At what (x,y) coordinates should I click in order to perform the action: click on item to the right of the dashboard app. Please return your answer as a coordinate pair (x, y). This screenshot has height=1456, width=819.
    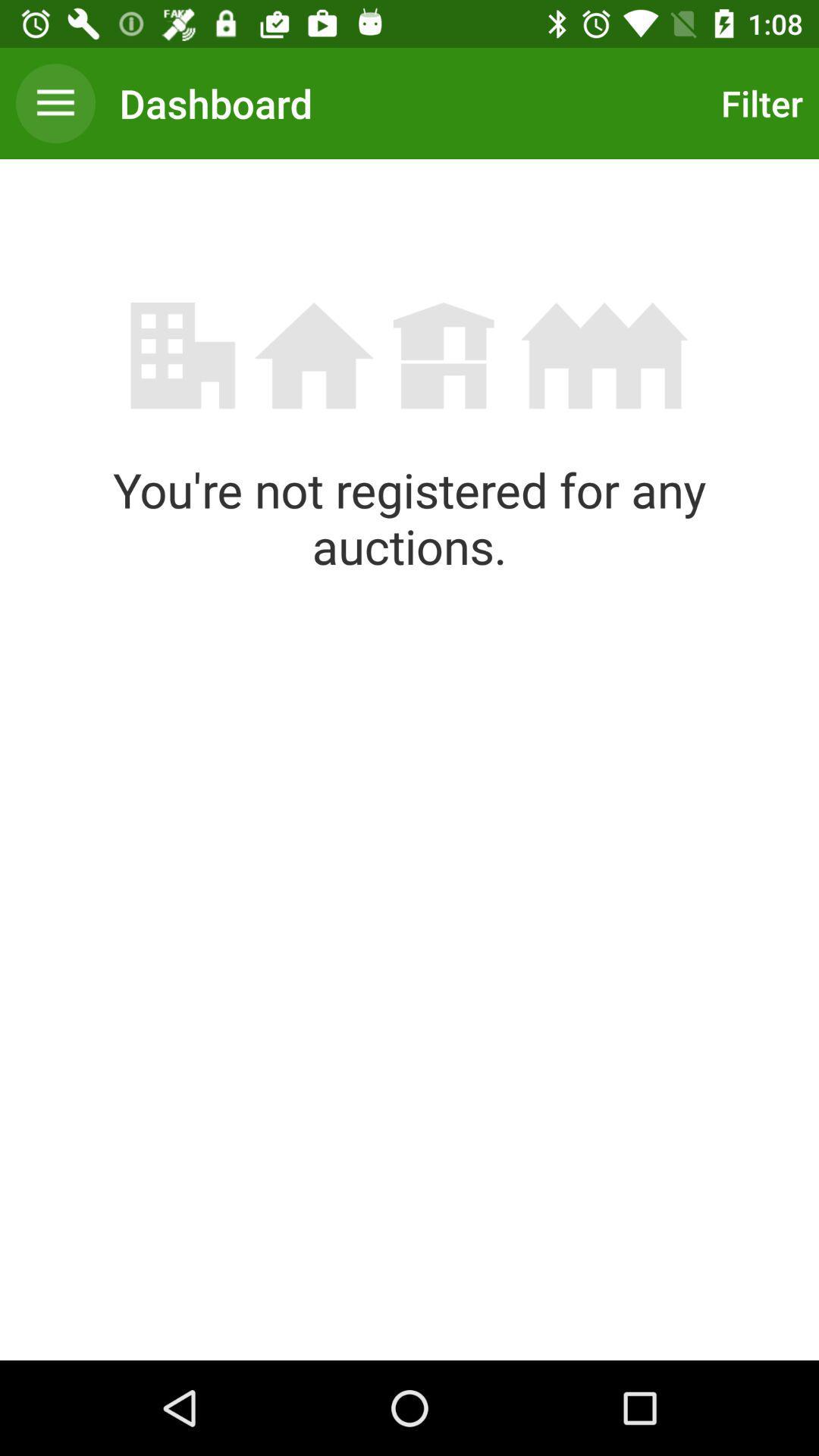
    Looking at the image, I should click on (758, 102).